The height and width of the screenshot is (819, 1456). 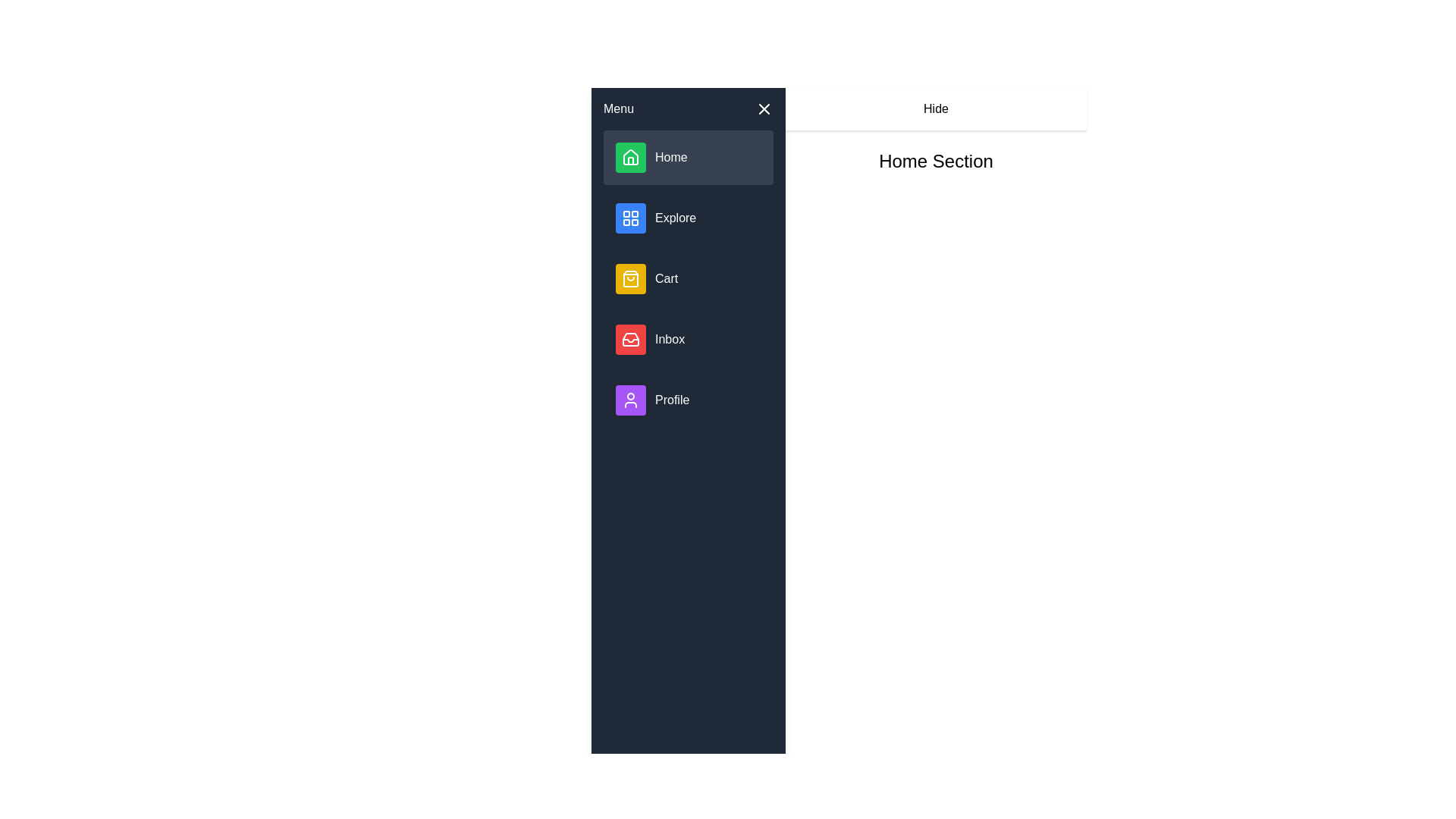 I want to click on the 'Profile' icon located at the bottom of the sidebar menu, so click(x=630, y=400).